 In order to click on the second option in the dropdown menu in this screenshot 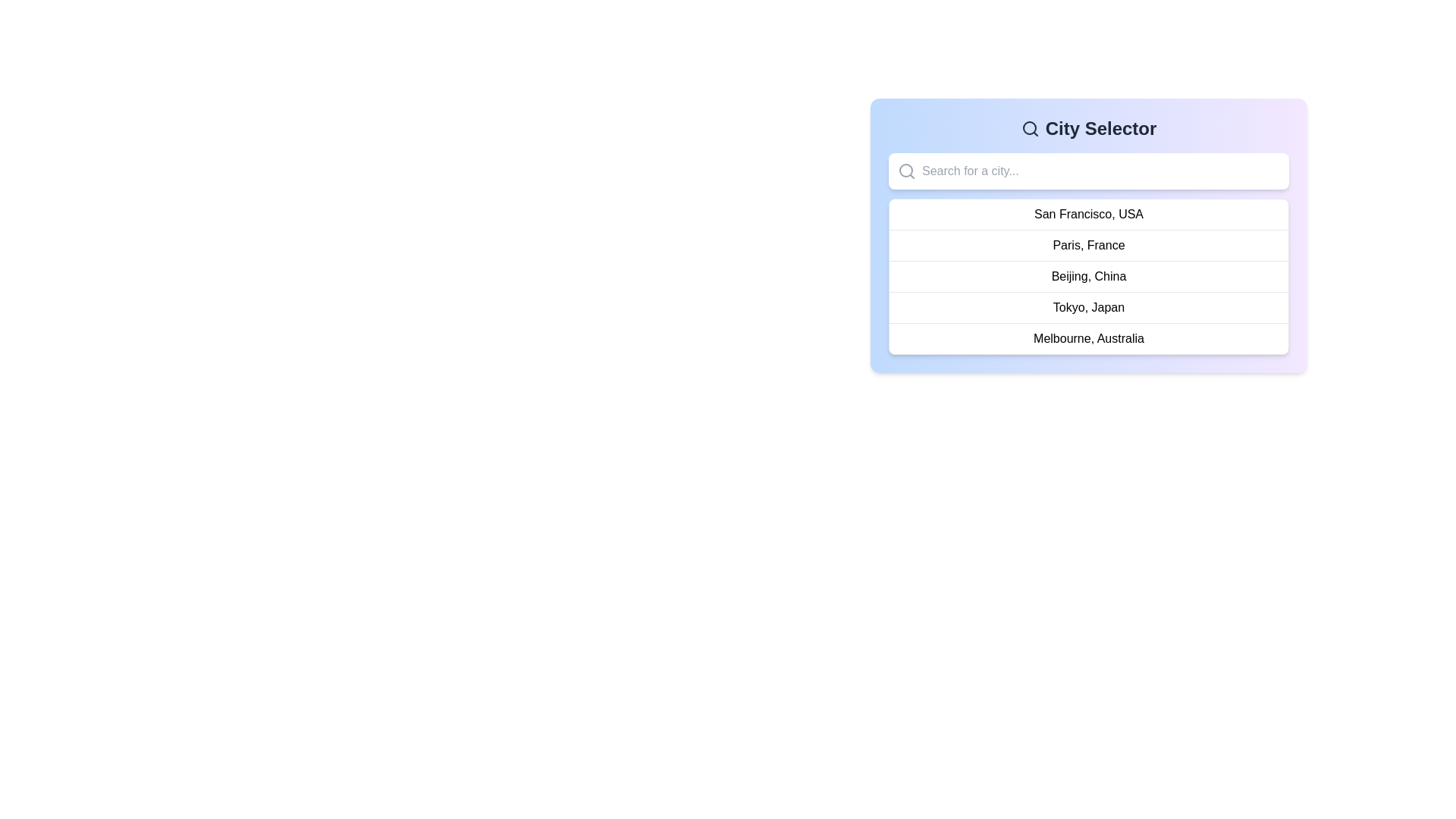, I will do `click(1087, 244)`.